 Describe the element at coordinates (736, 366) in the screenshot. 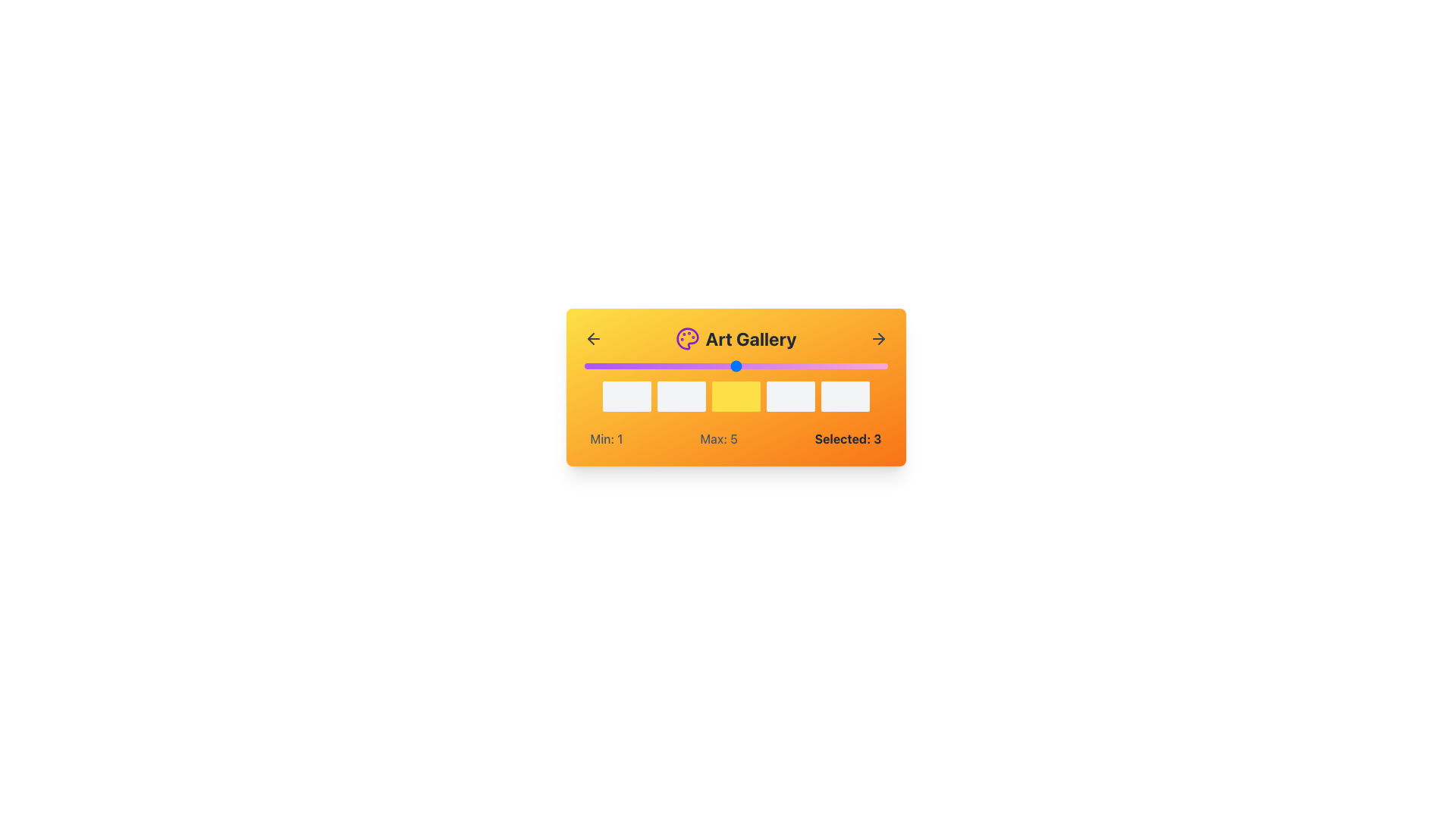

I see `the slider` at that location.